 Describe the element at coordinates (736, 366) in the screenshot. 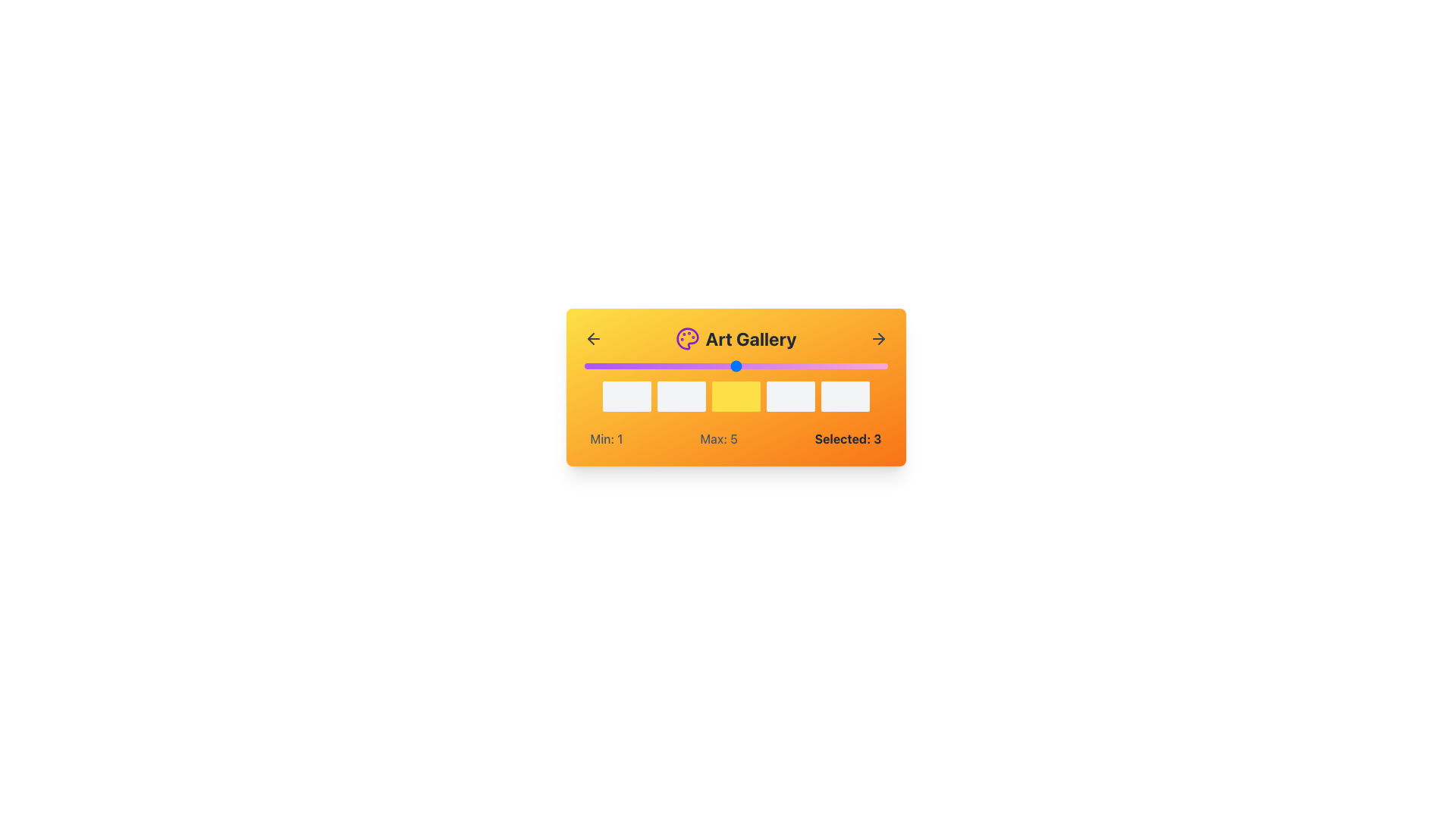

I see `the slider` at that location.